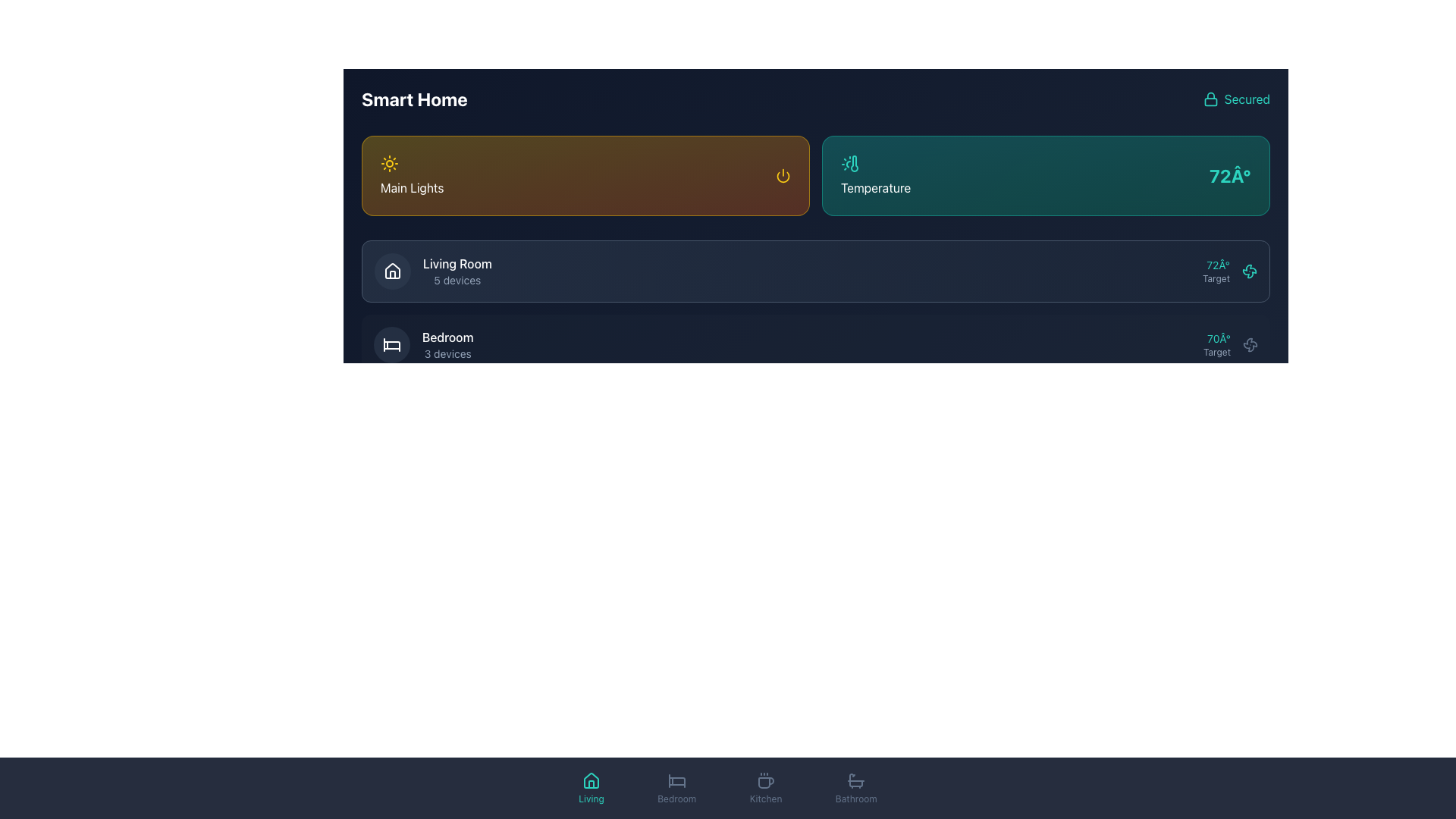 The image size is (1456, 819). Describe the element at coordinates (590, 780) in the screenshot. I see `the Icon Button depicting a stylized house outline, which is teal in color and located in the center of the navigation bar above the label 'Living'` at that location.